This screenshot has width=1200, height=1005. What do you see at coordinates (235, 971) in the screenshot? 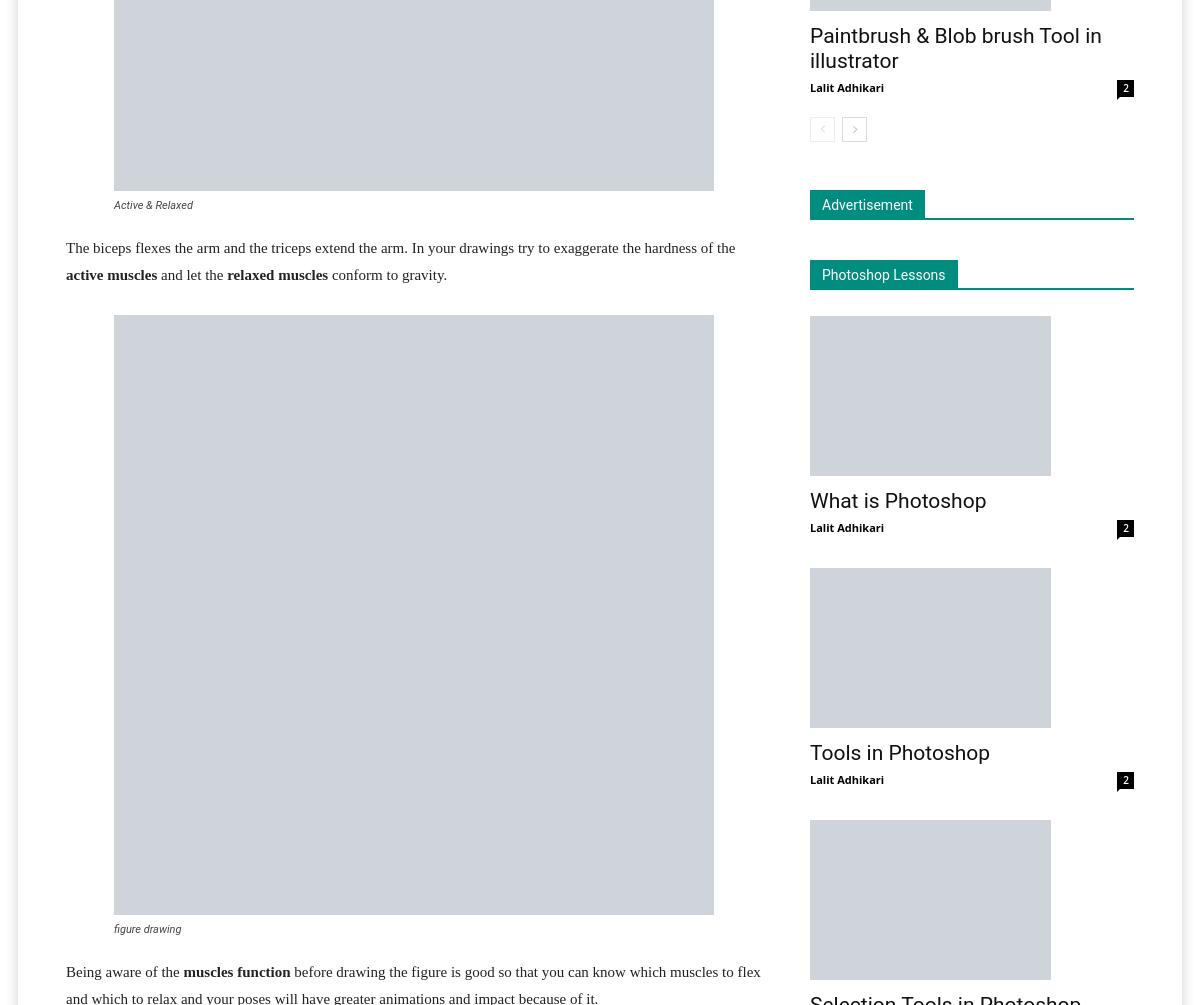
I see `'muscles function'` at bounding box center [235, 971].